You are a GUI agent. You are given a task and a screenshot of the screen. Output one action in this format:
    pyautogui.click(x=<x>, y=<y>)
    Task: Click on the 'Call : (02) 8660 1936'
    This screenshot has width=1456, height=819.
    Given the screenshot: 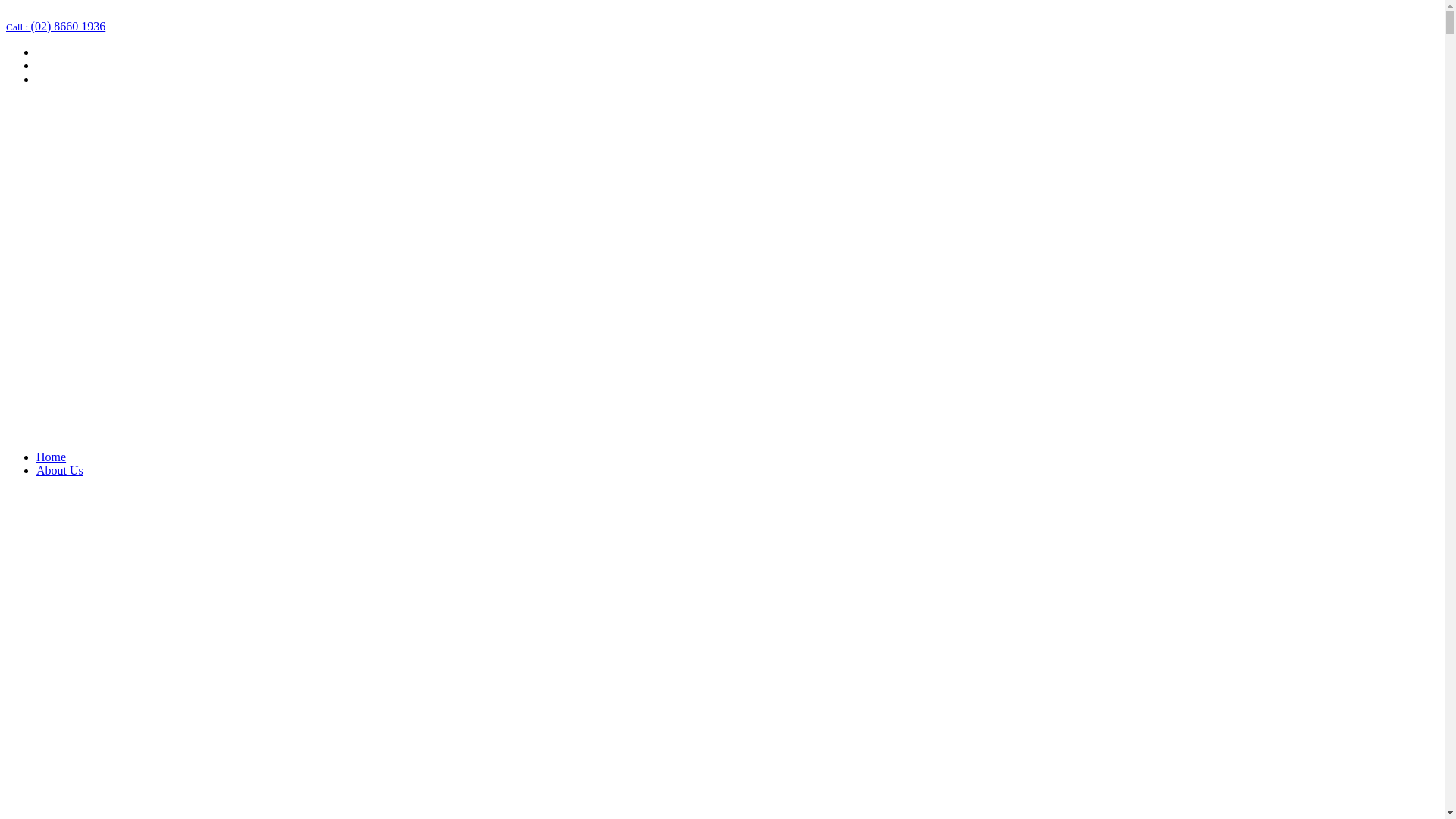 What is the action you would take?
    pyautogui.click(x=55, y=26)
    